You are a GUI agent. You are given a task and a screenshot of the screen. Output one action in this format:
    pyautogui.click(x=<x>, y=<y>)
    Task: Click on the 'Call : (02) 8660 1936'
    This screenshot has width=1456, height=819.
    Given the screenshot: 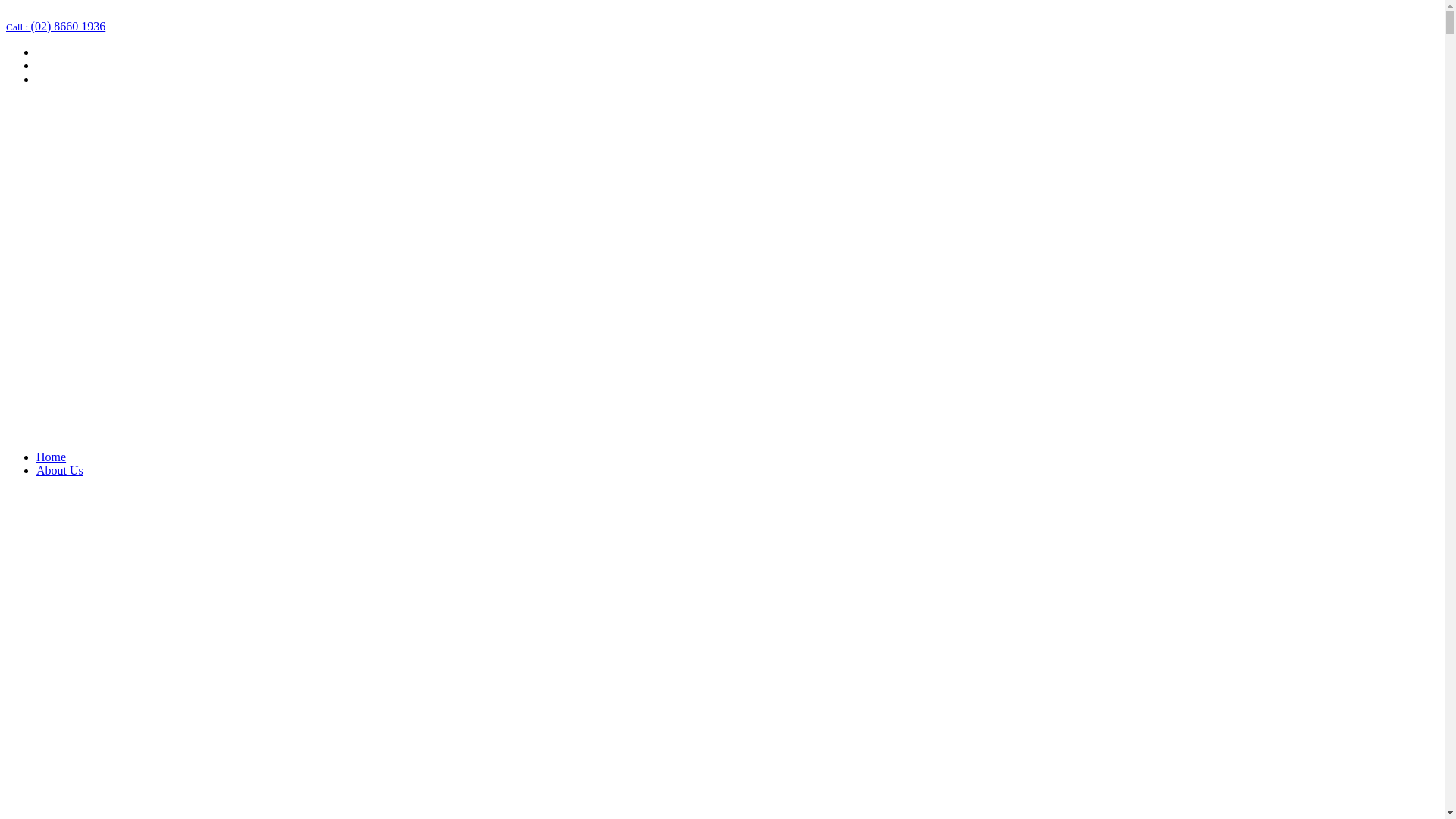 What is the action you would take?
    pyautogui.click(x=55, y=26)
    